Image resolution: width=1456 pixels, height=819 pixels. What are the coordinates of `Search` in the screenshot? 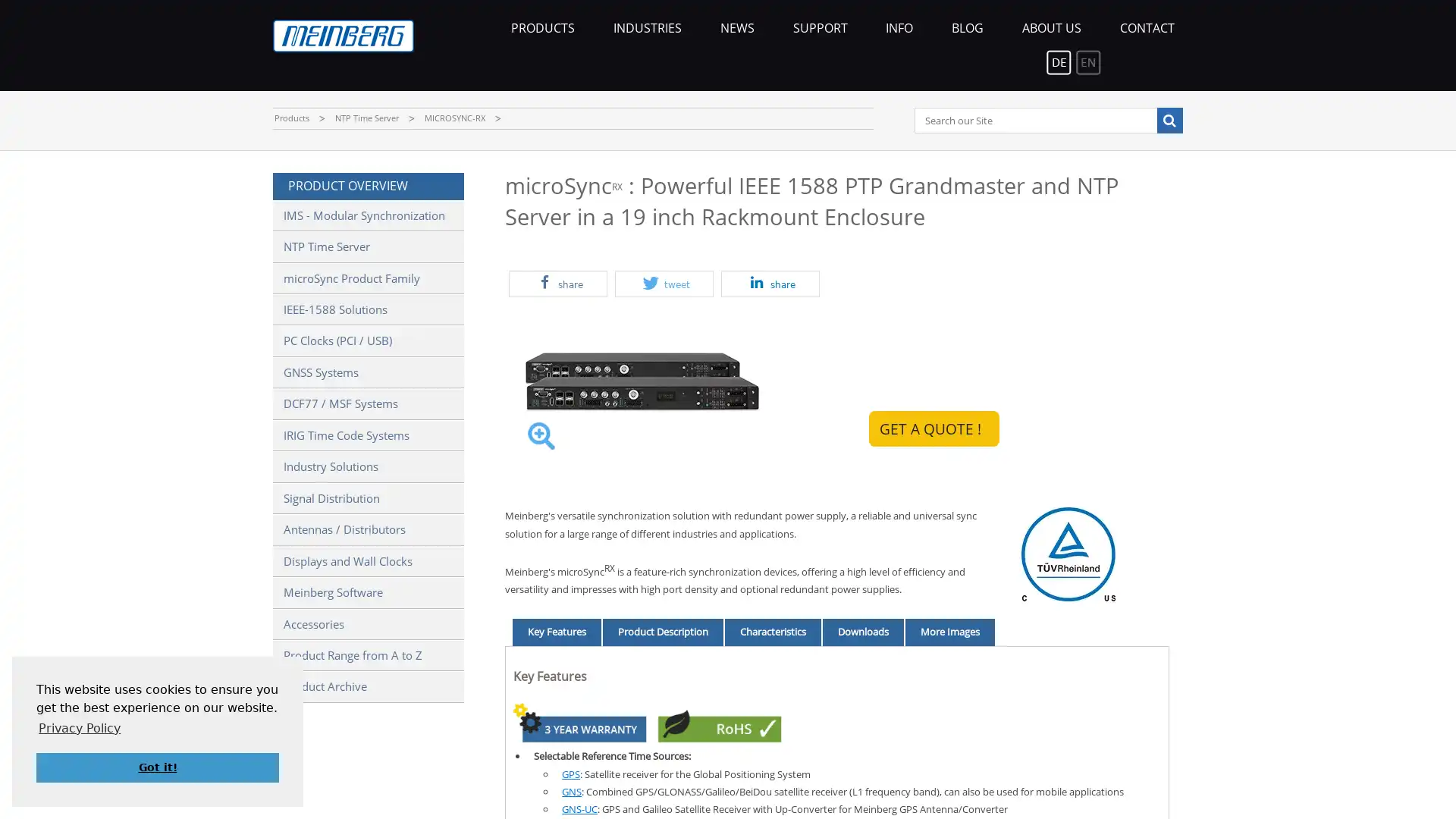 It's located at (1168, 119).